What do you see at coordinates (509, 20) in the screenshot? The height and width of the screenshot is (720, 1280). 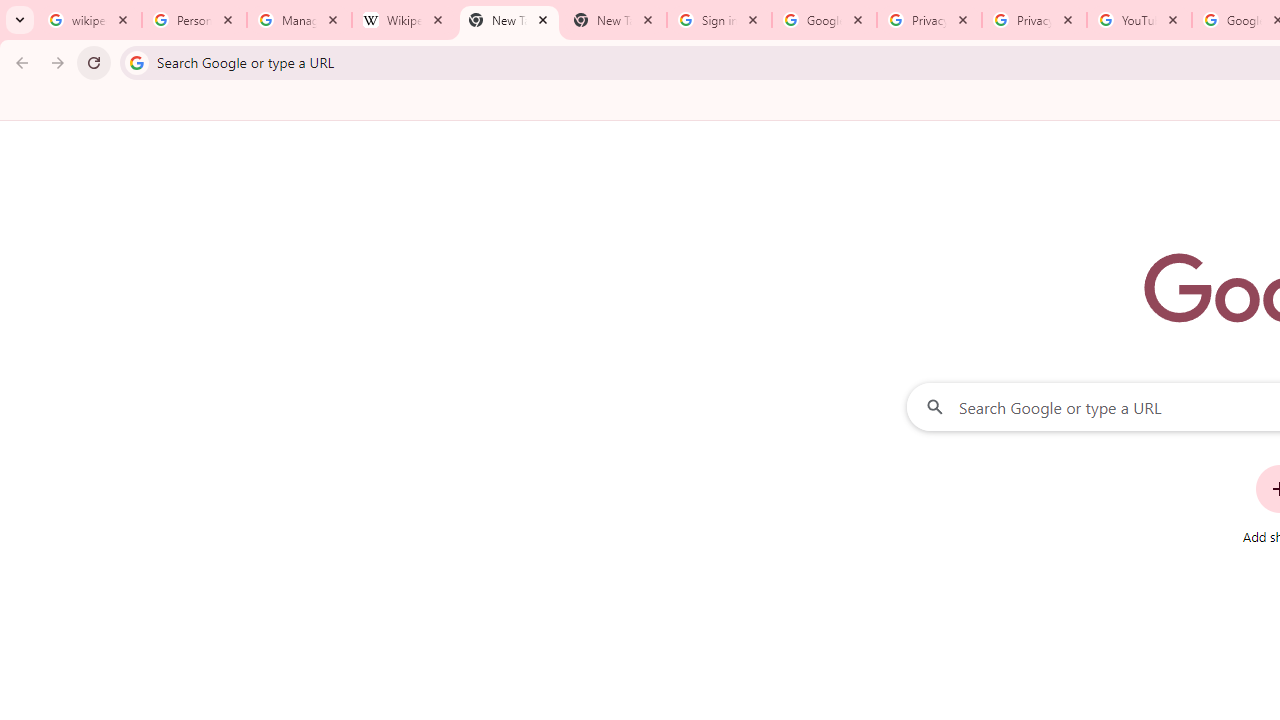 I see `'New Tab'` at bounding box center [509, 20].